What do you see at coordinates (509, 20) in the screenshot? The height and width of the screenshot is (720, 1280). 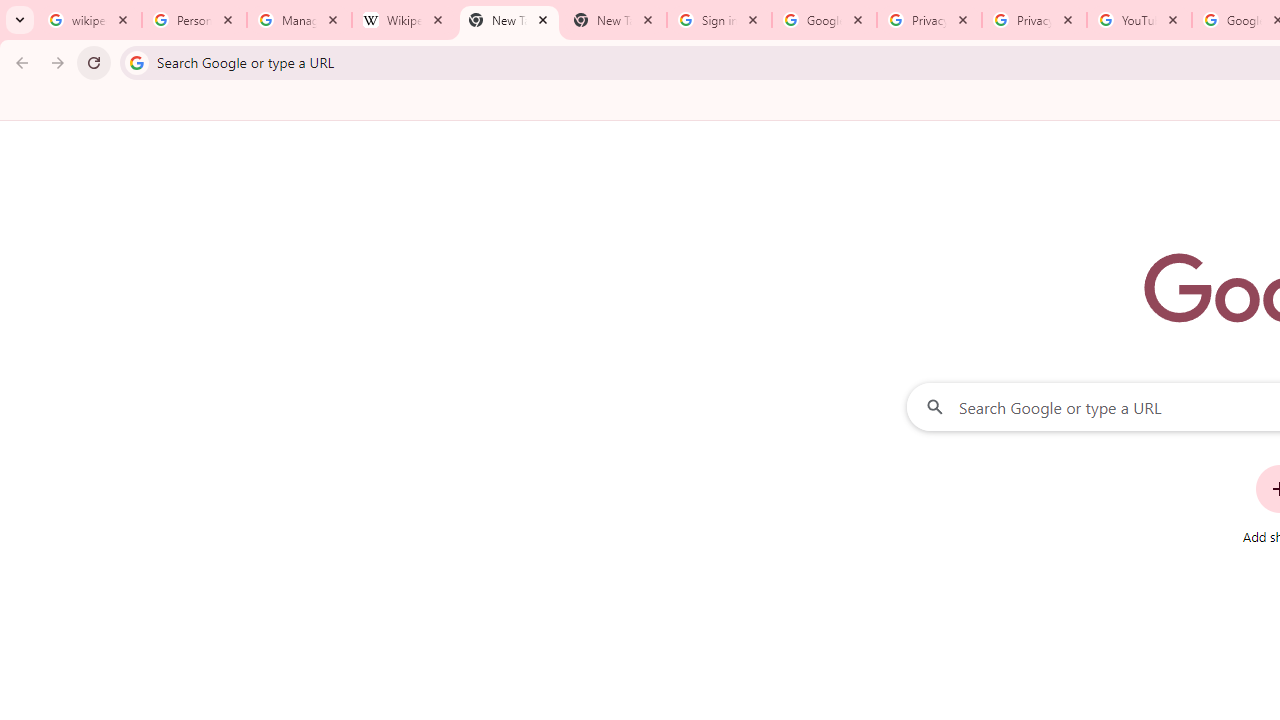 I see `'New Tab'` at bounding box center [509, 20].